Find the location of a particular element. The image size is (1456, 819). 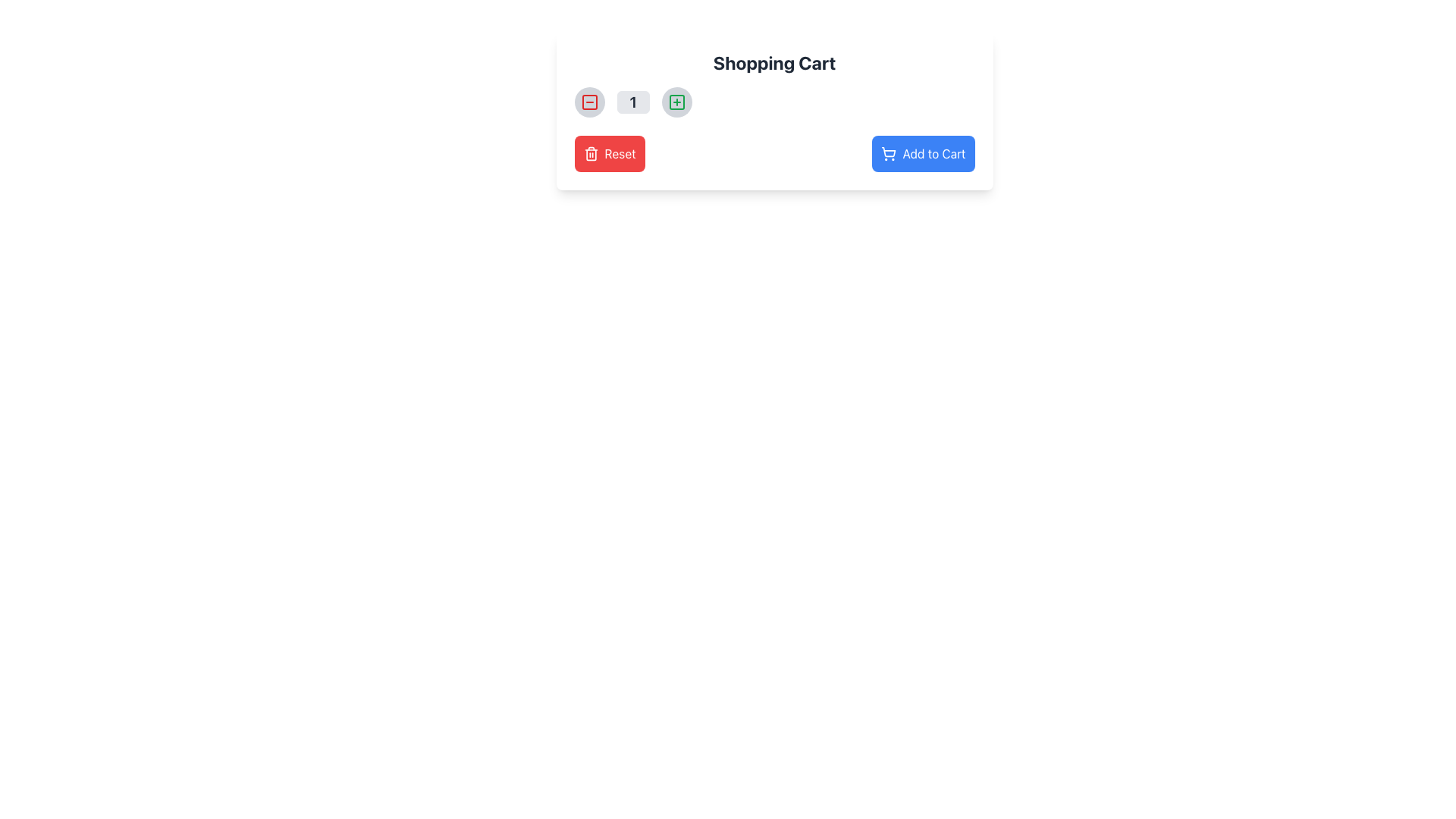

the 'Add to Cart' text label located inside the button on the lower right corner of the interface, next to the shopping cart icon is located at coordinates (934, 154).